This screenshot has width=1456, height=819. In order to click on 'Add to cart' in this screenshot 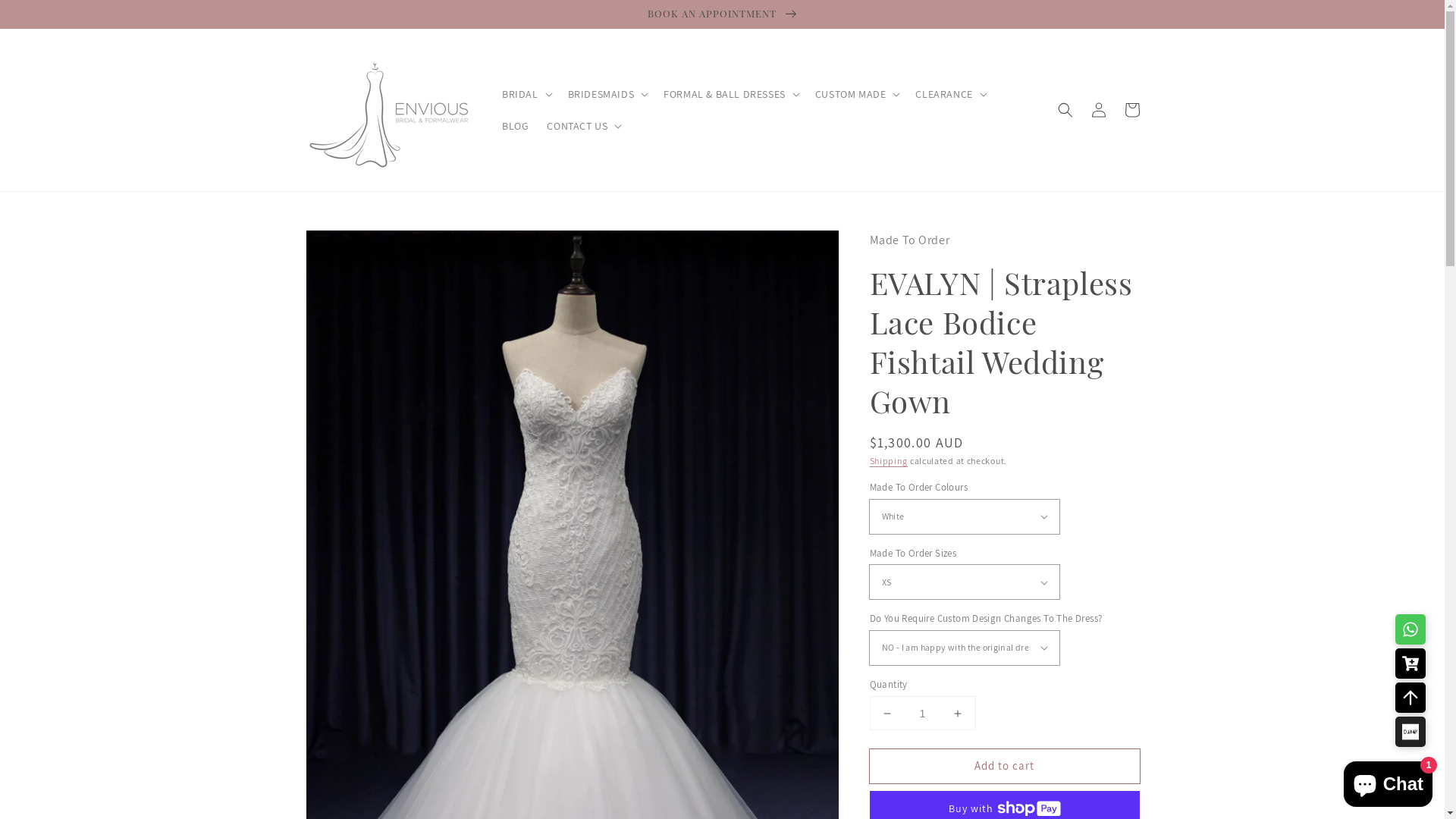, I will do `click(1004, 766)`.